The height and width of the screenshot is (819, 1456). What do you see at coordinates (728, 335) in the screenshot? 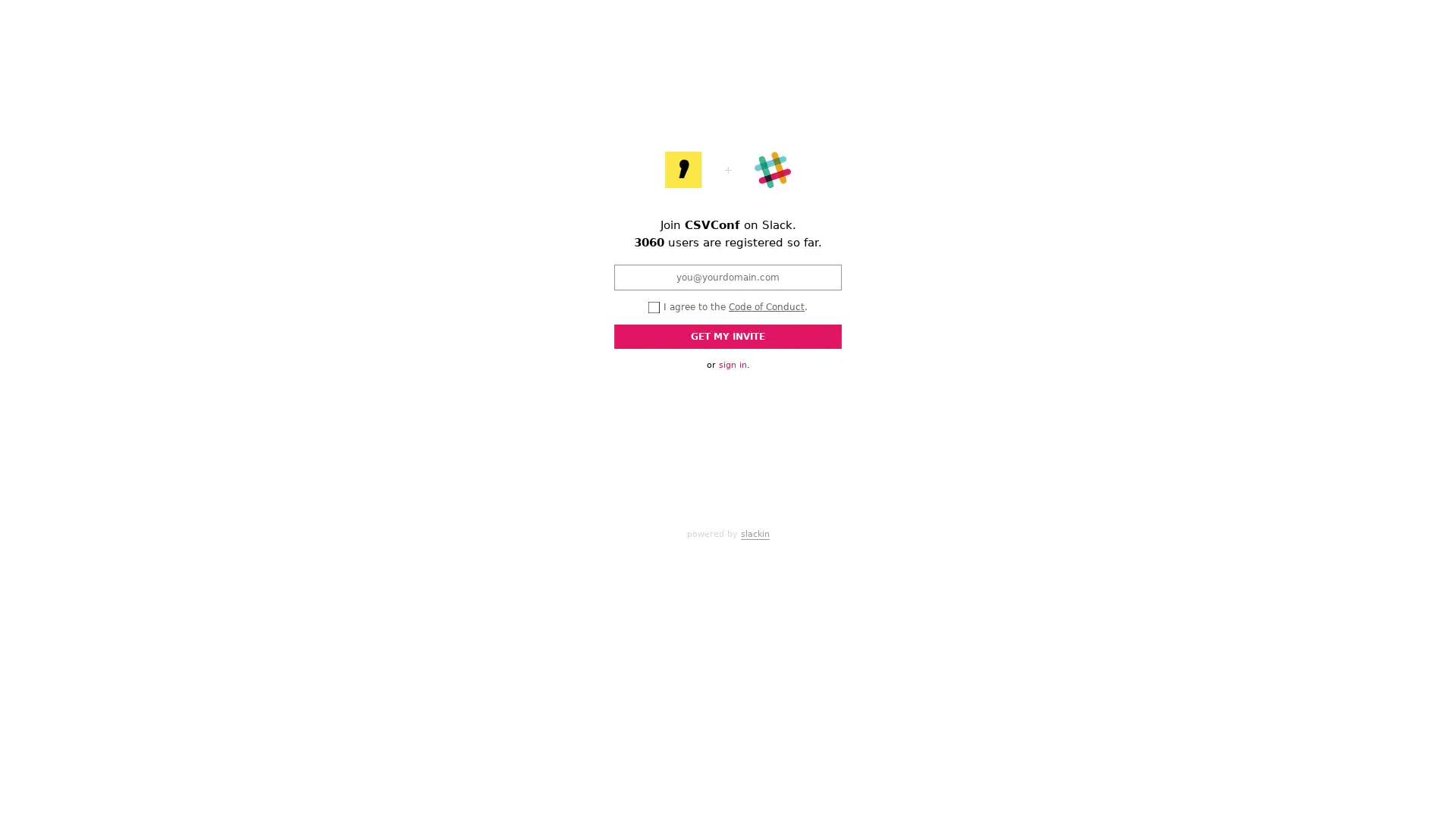
I see `GET MY INVITE` at bounding box center [728, 335].